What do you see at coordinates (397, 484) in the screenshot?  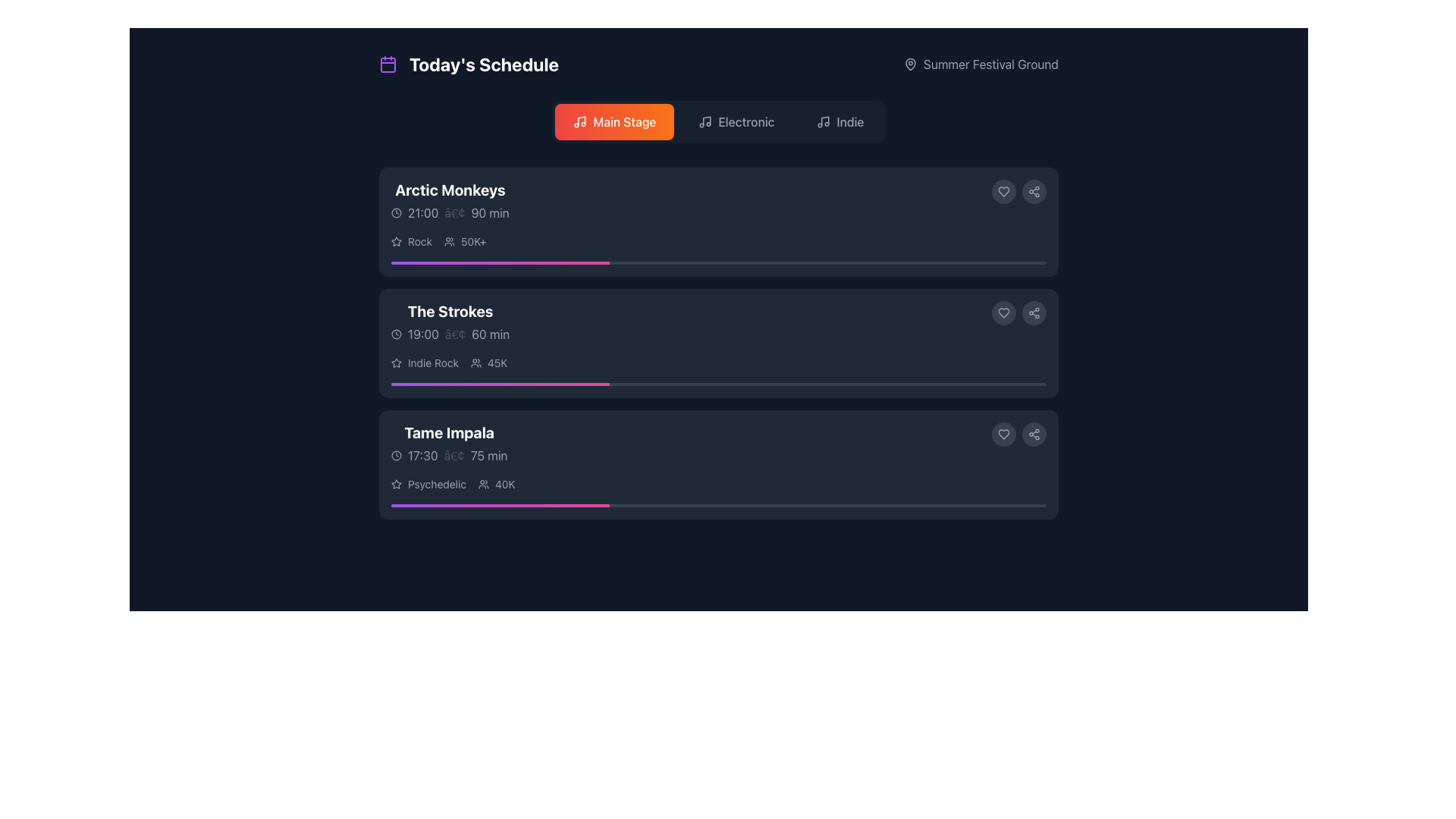 I see `the star-shaped icon located` at bounding box center [397, 484].